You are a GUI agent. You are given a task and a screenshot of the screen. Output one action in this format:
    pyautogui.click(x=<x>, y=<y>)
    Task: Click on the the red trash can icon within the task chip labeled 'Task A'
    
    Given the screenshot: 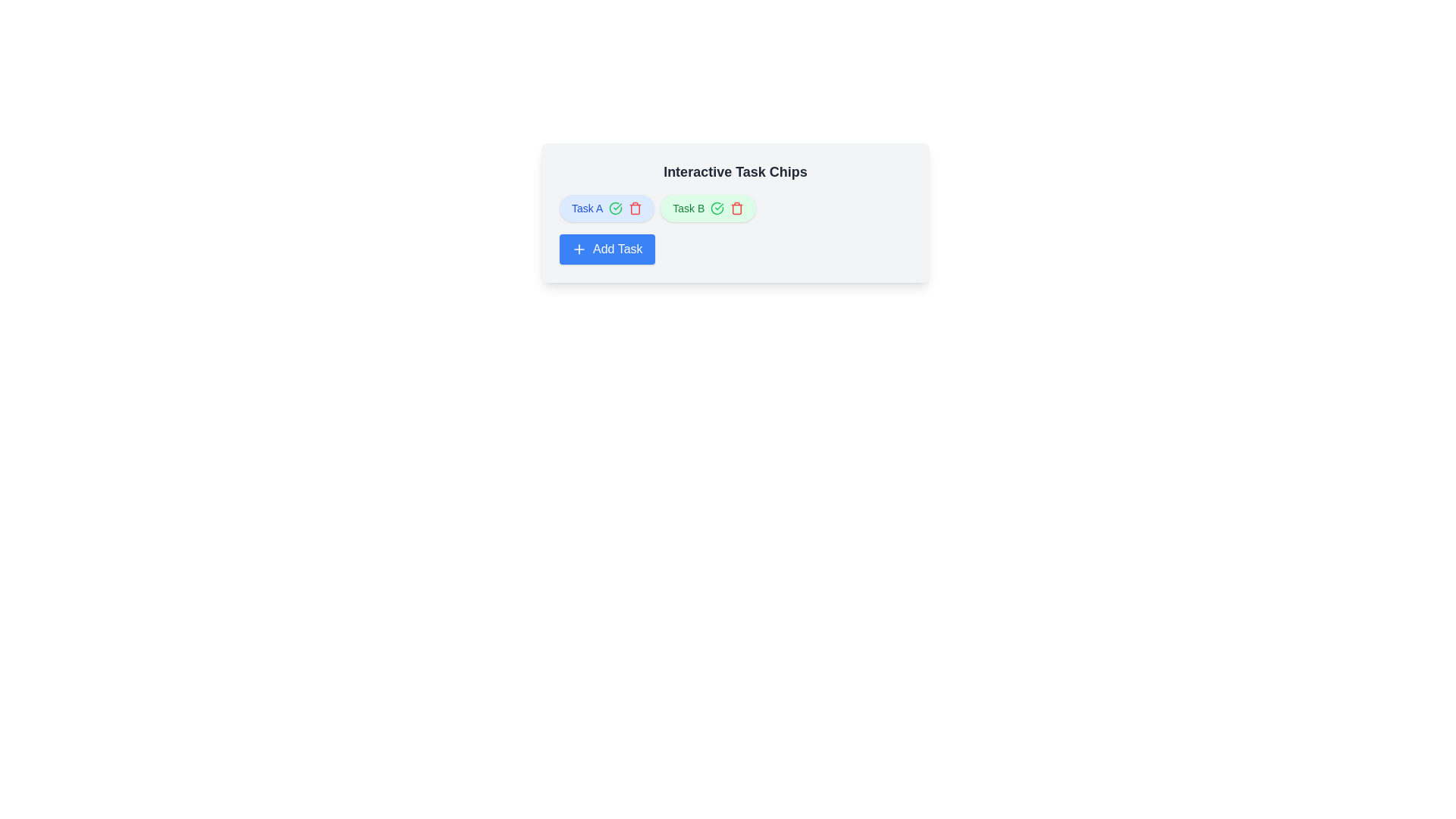 What is the action you would take?
    pyautogui.click(x=635, y=208)
    